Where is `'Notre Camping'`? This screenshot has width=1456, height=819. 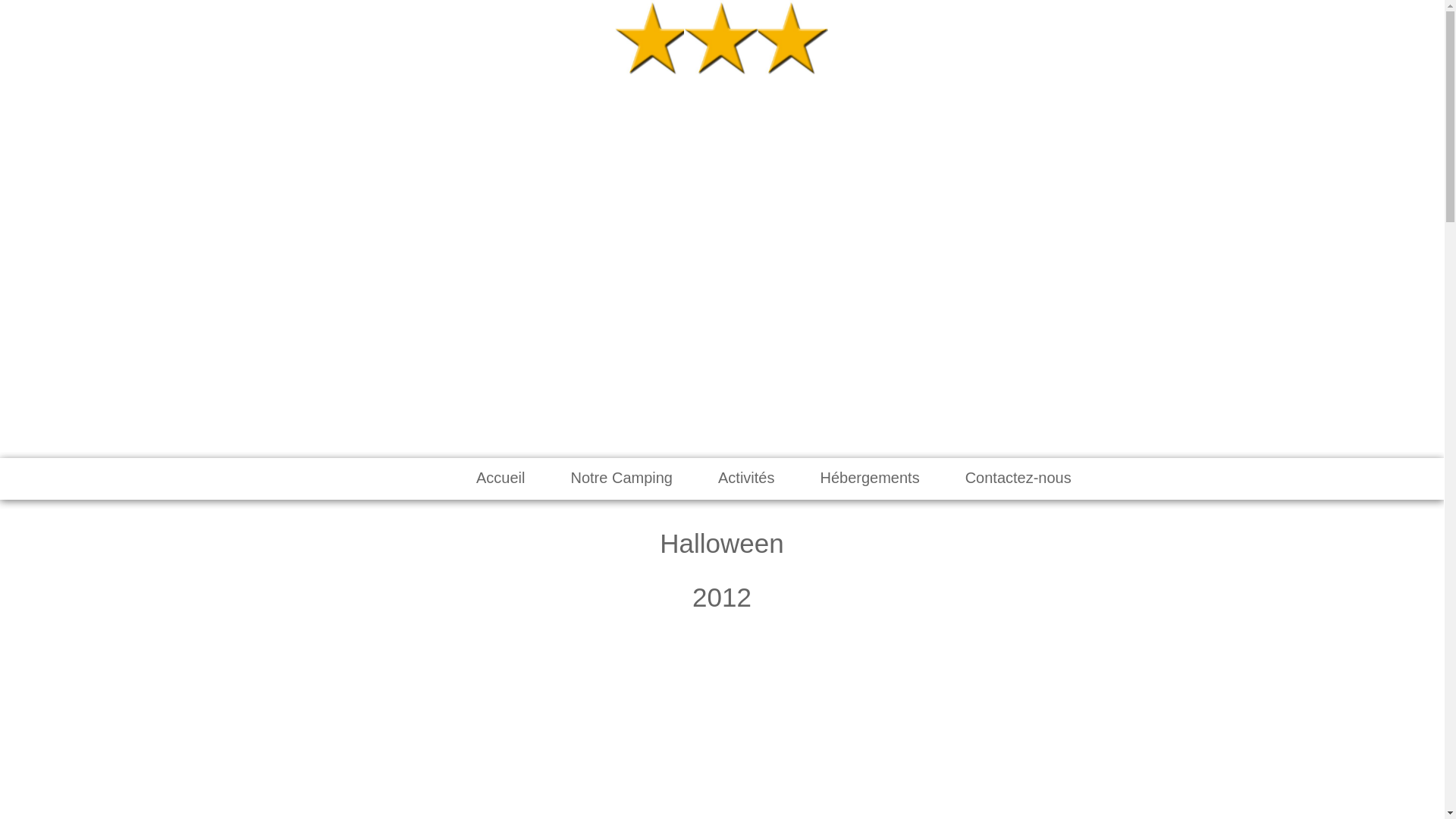 'Notre Camping' is located at coordinates (621, 478).